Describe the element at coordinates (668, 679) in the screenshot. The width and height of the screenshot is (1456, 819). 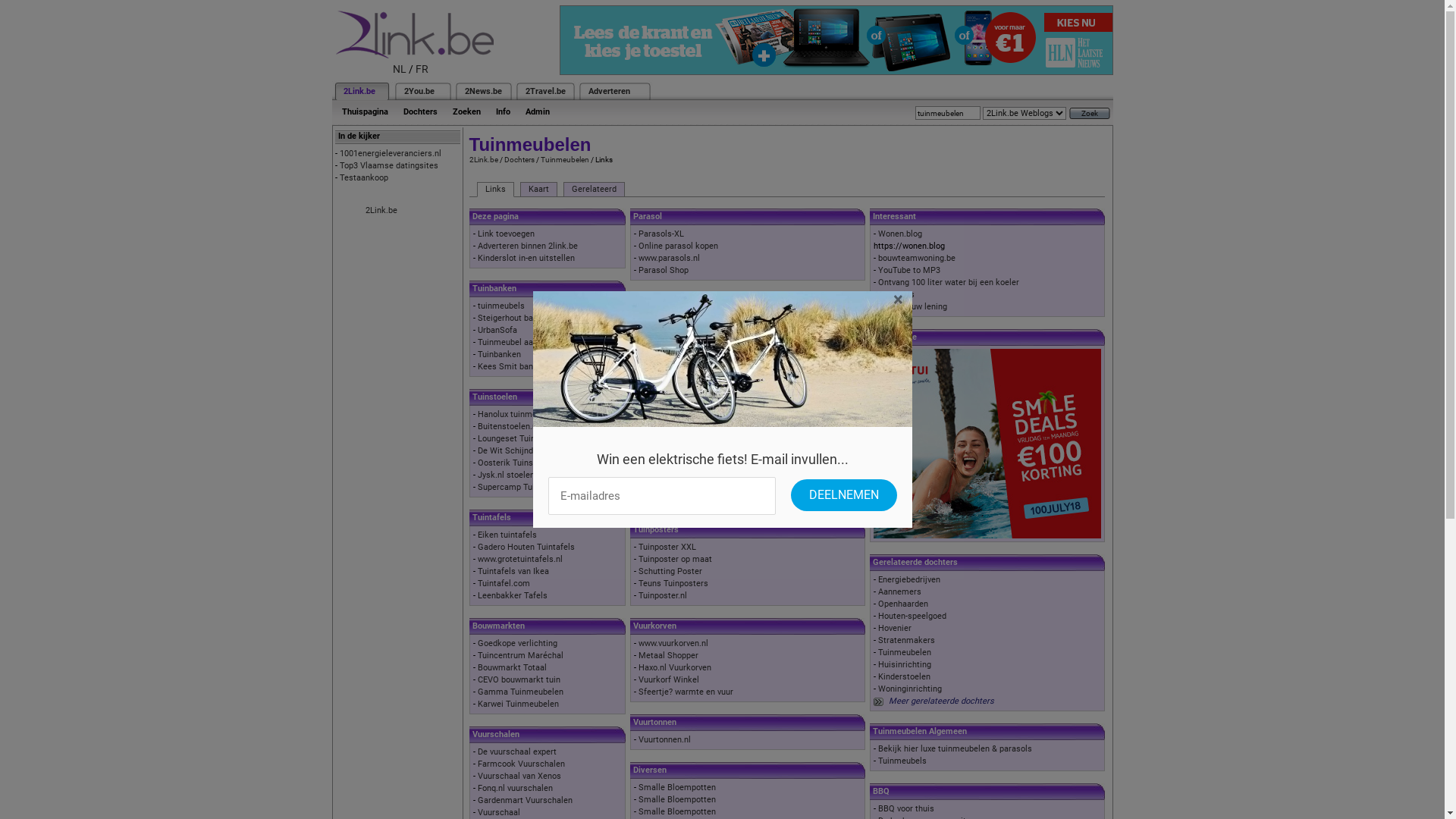
I see `'Vuurkorf Winkel'` at that location.